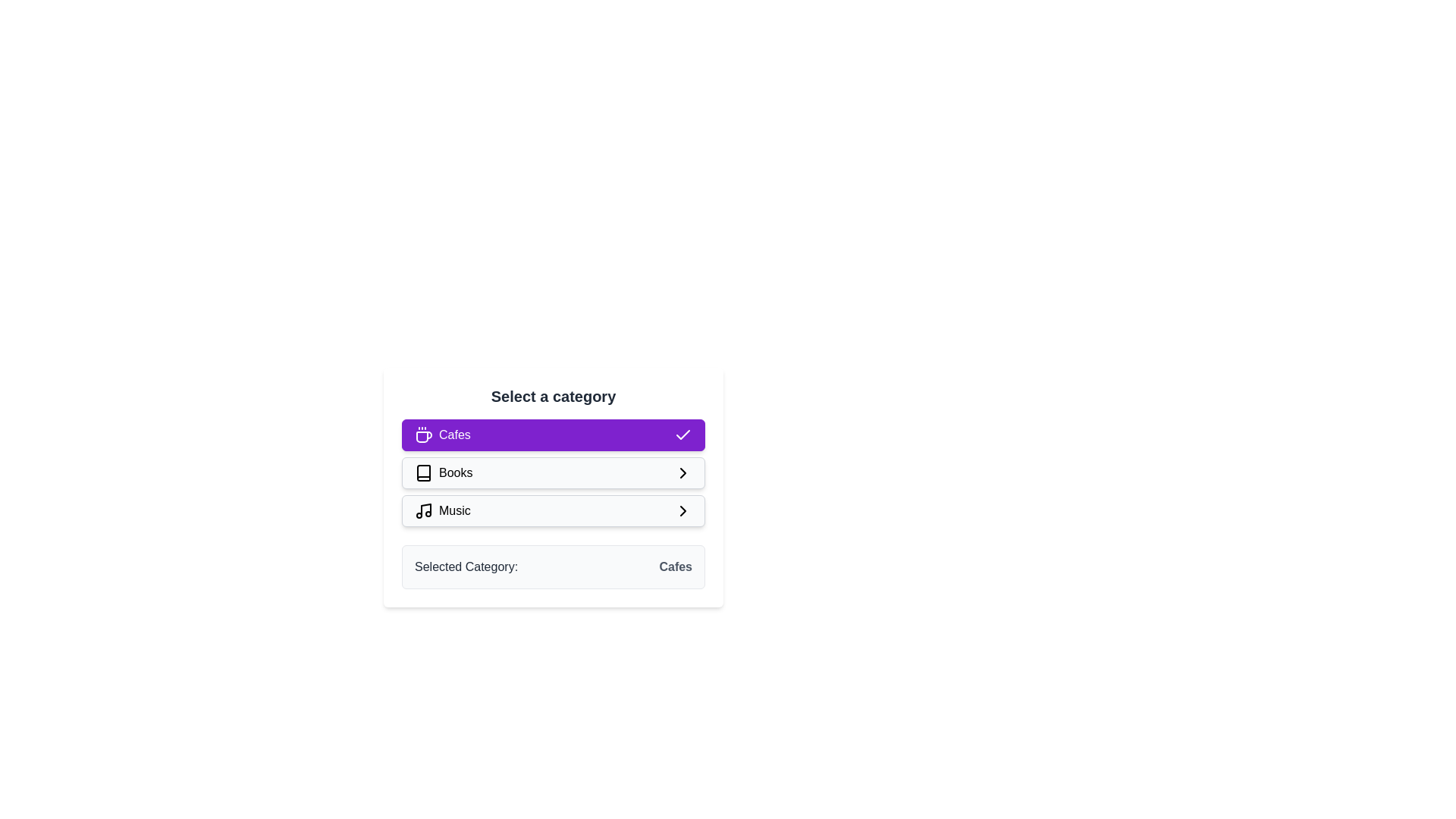 The image size is (1456, 819). Describe the element at coordinates (443, 472) in the screenshot. I see `the second item in the selection menu labeled 'Books', which is positioned between 'Cafes' and 'Music'` at that location.